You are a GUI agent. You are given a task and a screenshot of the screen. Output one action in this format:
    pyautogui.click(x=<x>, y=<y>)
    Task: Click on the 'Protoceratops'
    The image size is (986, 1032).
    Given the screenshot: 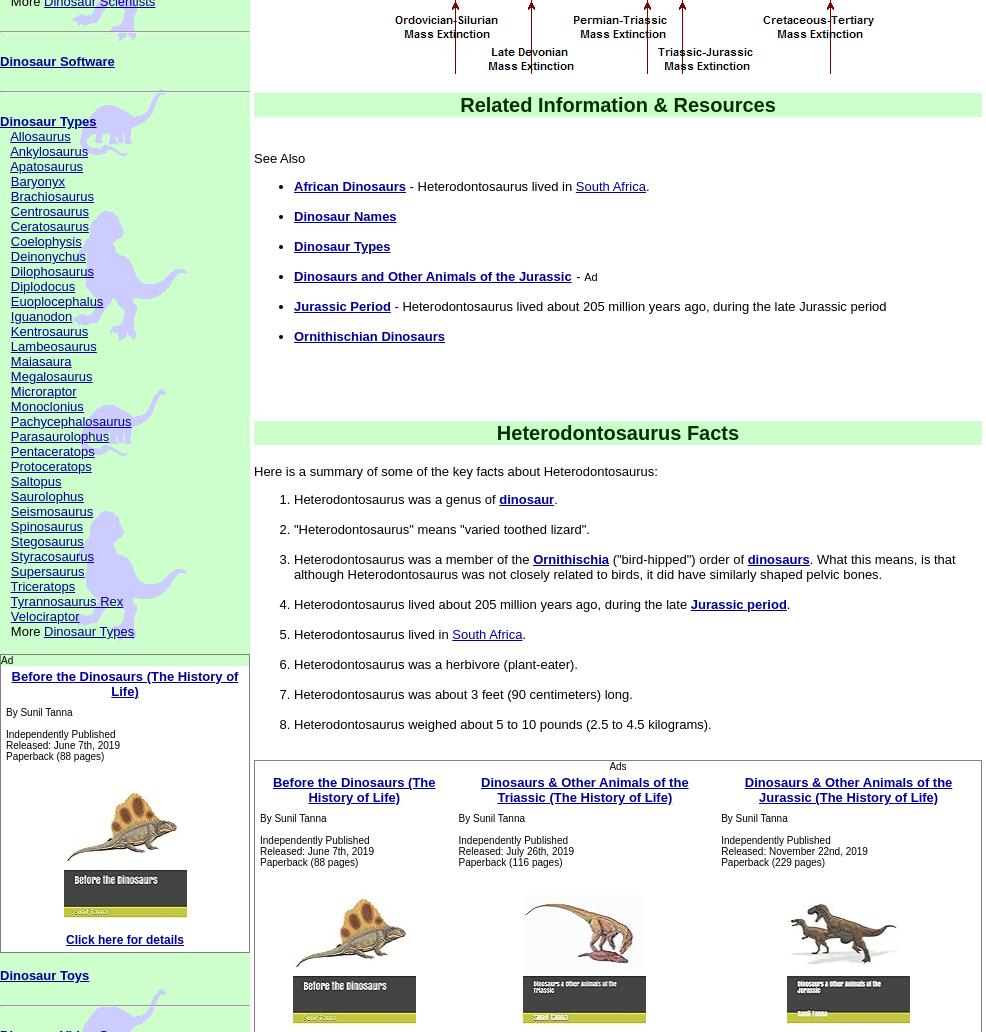 What is the action you would take?
    pyautogui.click(x=49, y=465)
    